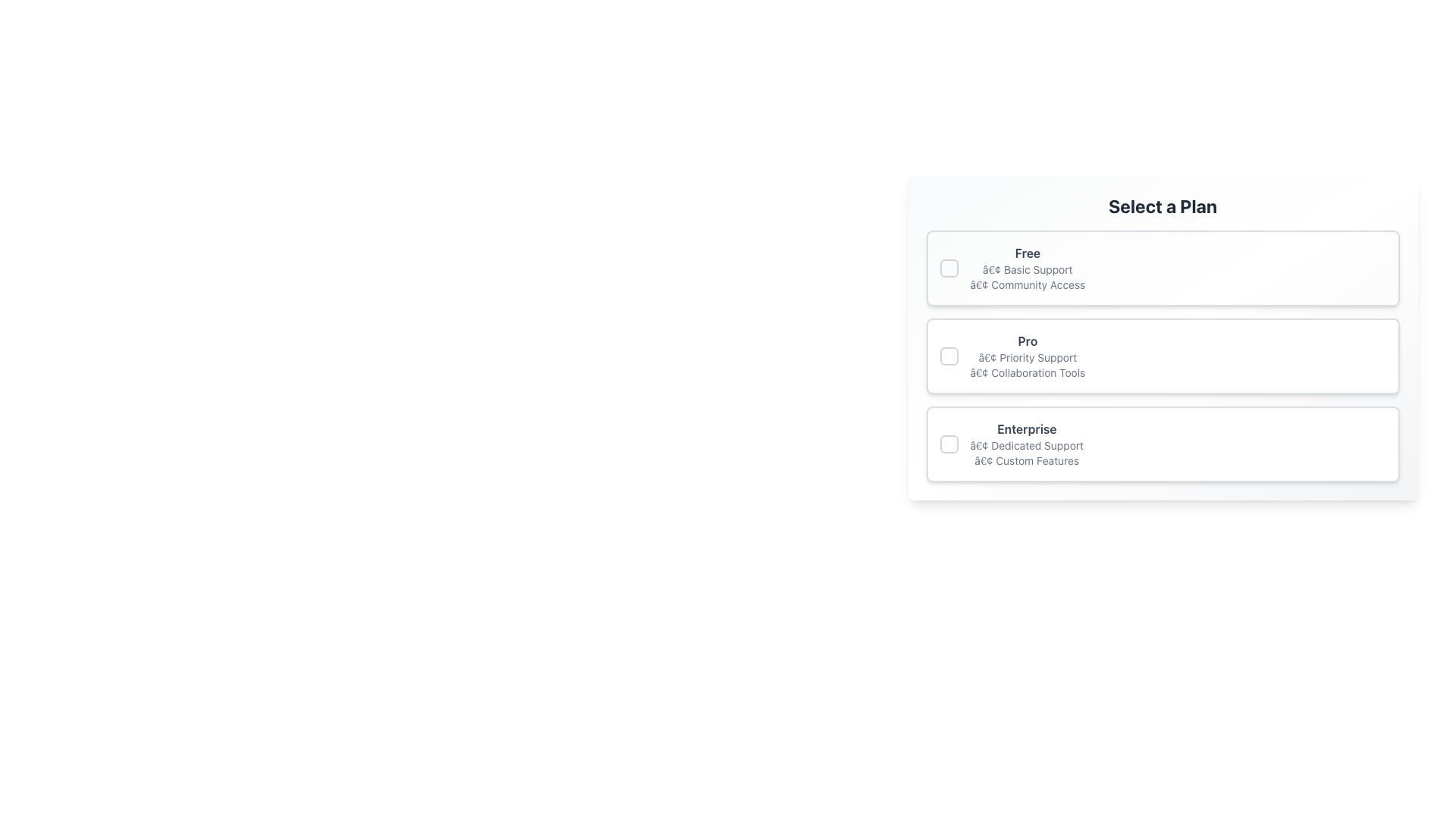 The height and width of the screenshot is (819, 1456). Describe the element at coordinates (1027, 460) in the screenshot. I see `the descriptive text label for the 'Enterprise' plan option, located below the '• Dedicated Support' line in the 'Select a Plan' interface` at that location.